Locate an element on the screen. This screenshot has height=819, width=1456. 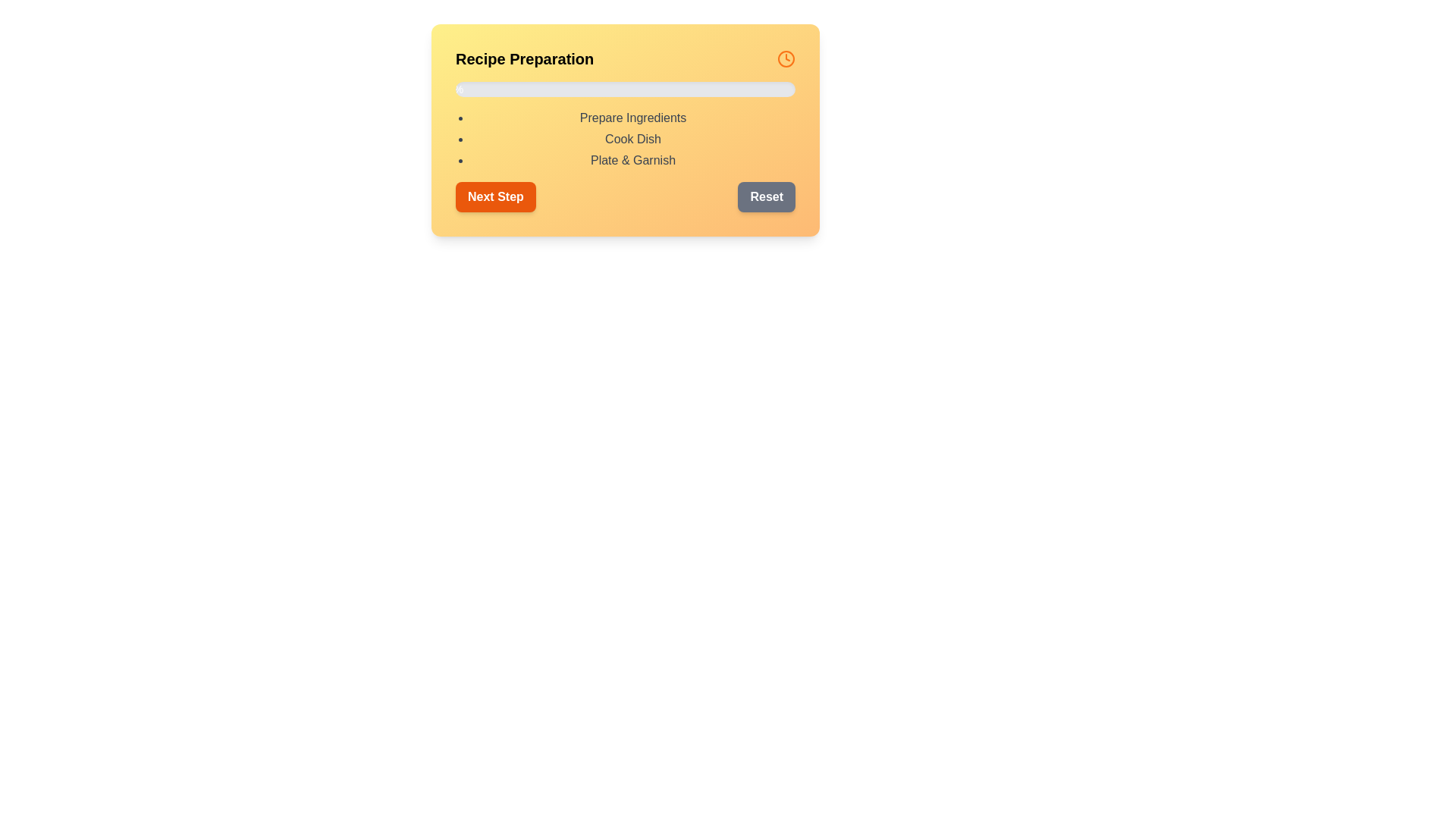
the 'Reset' button, which has a gray background and white text, located at the bottom-right corner of a yellow card component is located at coordinates (767, 196).